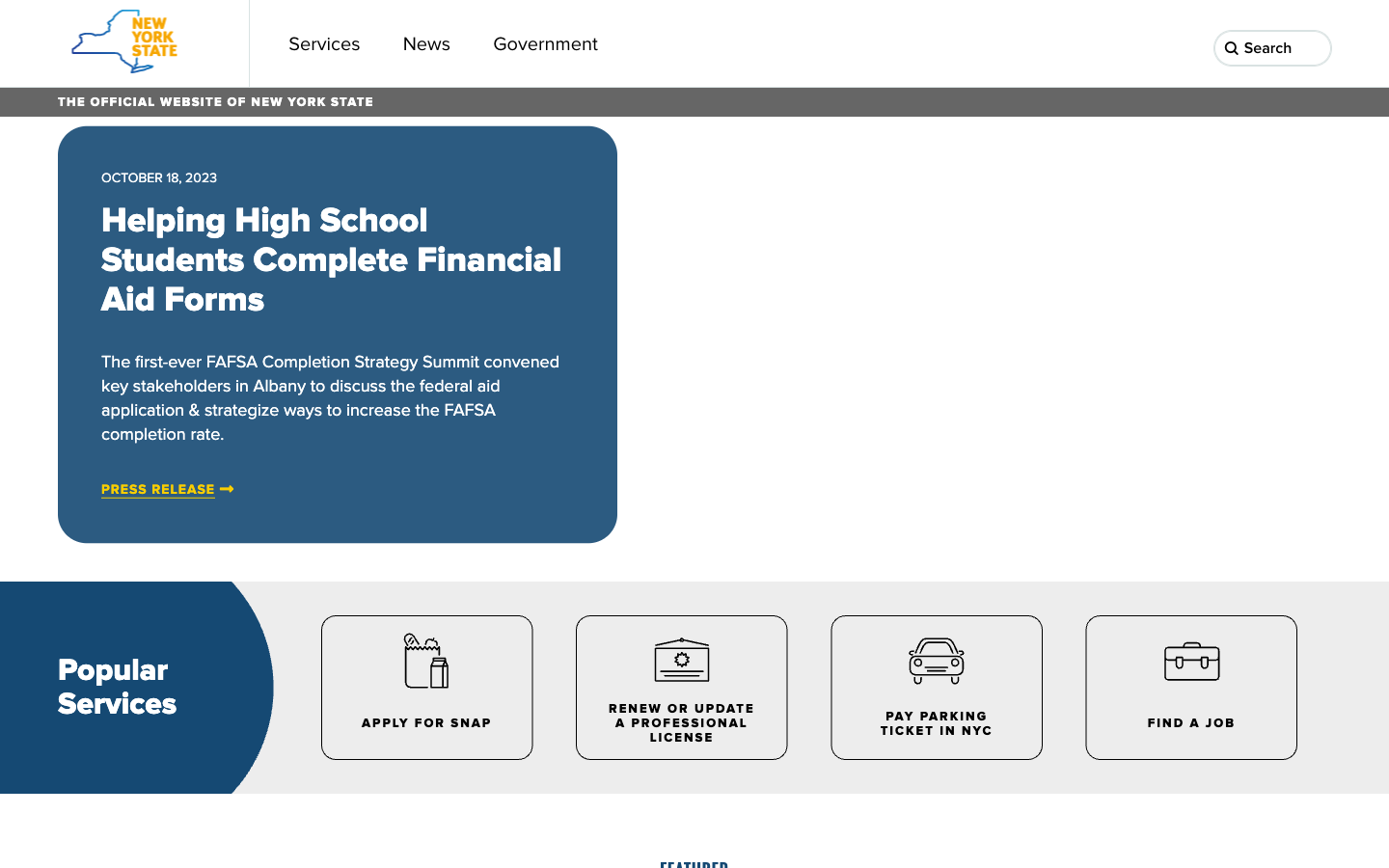  What do you see at coordinates (324, 42) in the screenshot?
I see `Go to the services tab from the top navigation bar` at bounding box center [324, 42].